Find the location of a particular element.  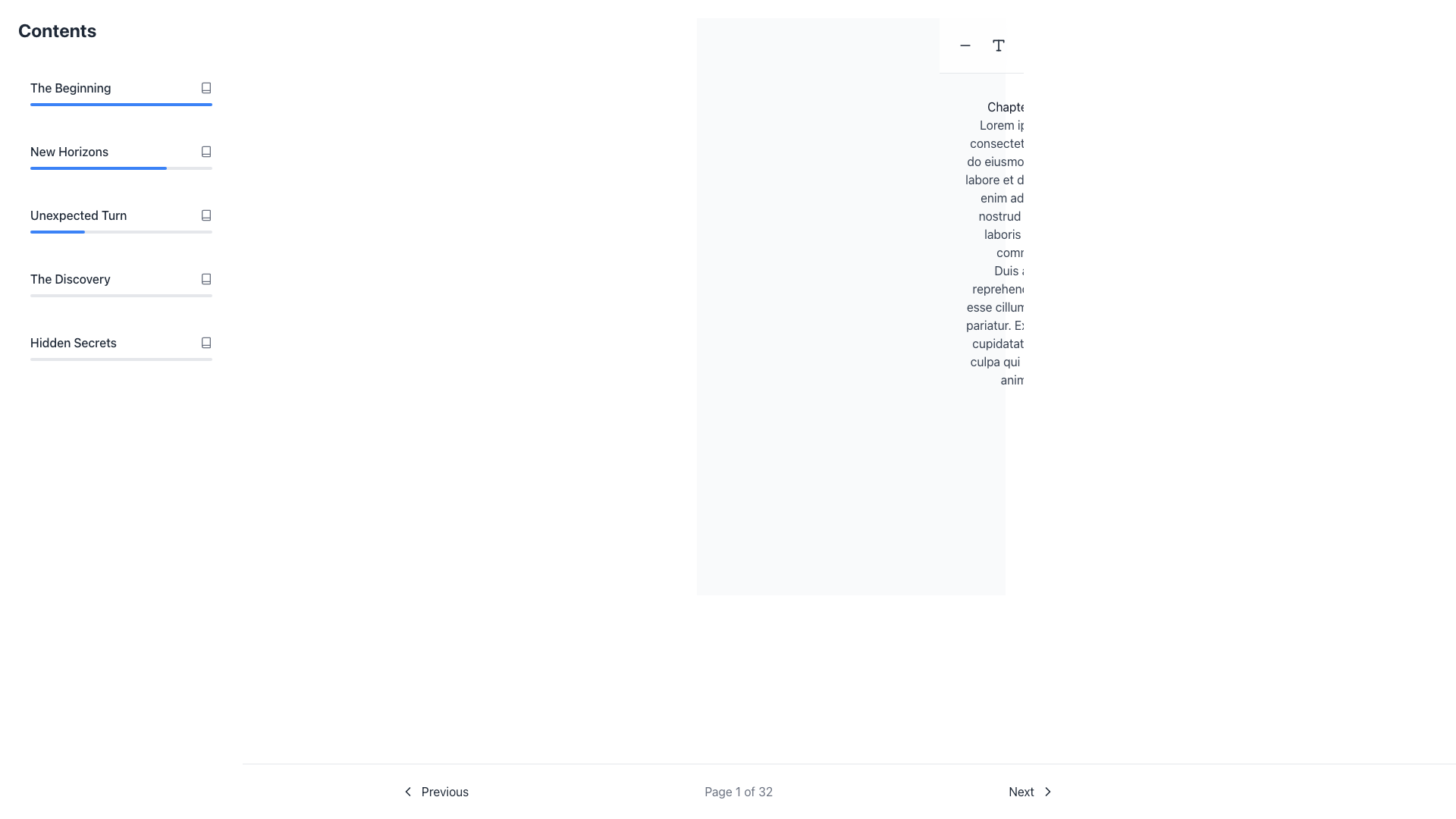

the middle icon resembling the letter 'T' is located at coordinates (998, 45).